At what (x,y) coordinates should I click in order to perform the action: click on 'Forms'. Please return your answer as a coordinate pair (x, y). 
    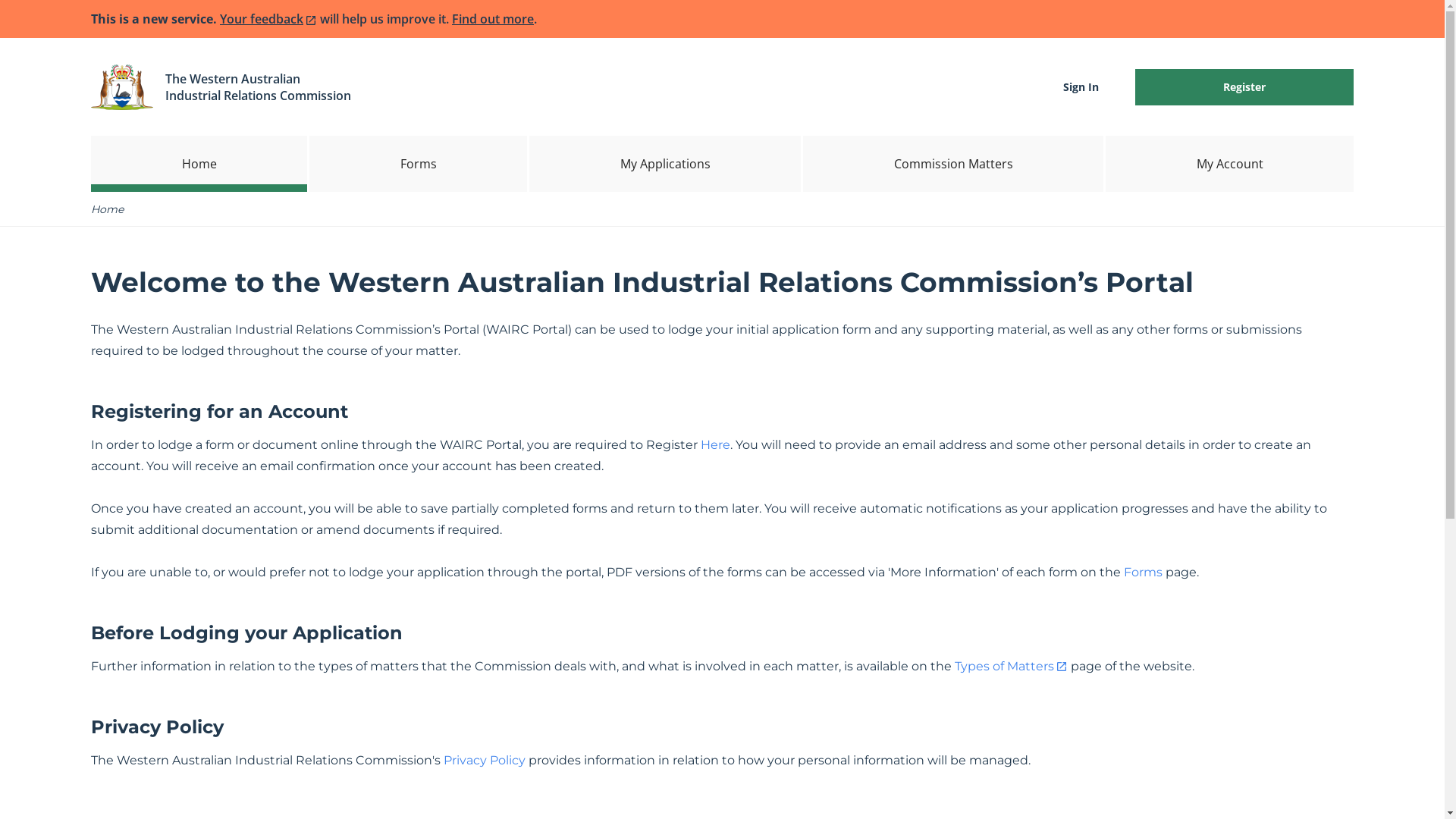
    Looking at the image, I should click on (418, 164).